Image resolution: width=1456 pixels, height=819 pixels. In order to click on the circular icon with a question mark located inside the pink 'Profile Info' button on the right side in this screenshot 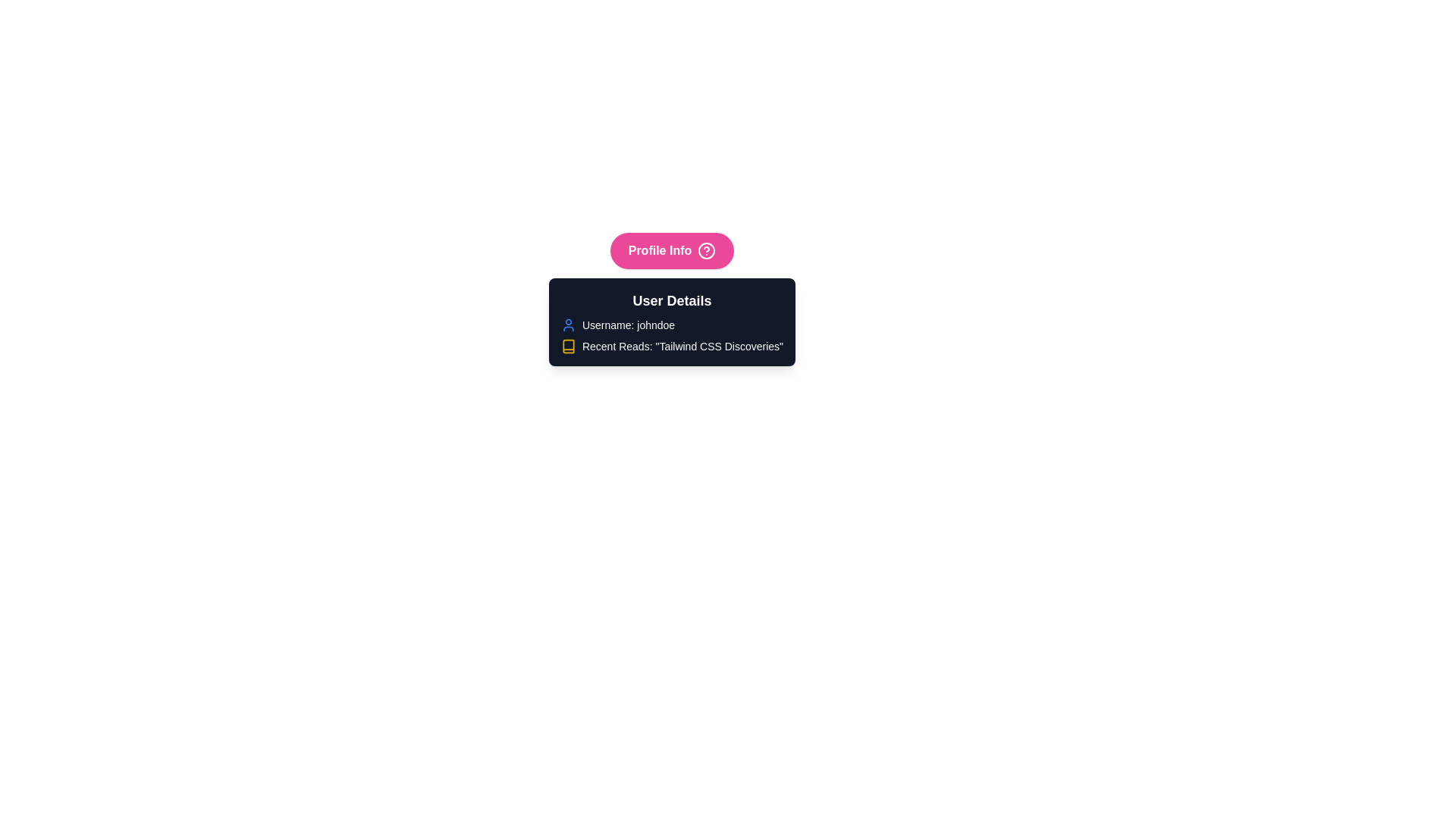, I will do `click(706, 250)`.